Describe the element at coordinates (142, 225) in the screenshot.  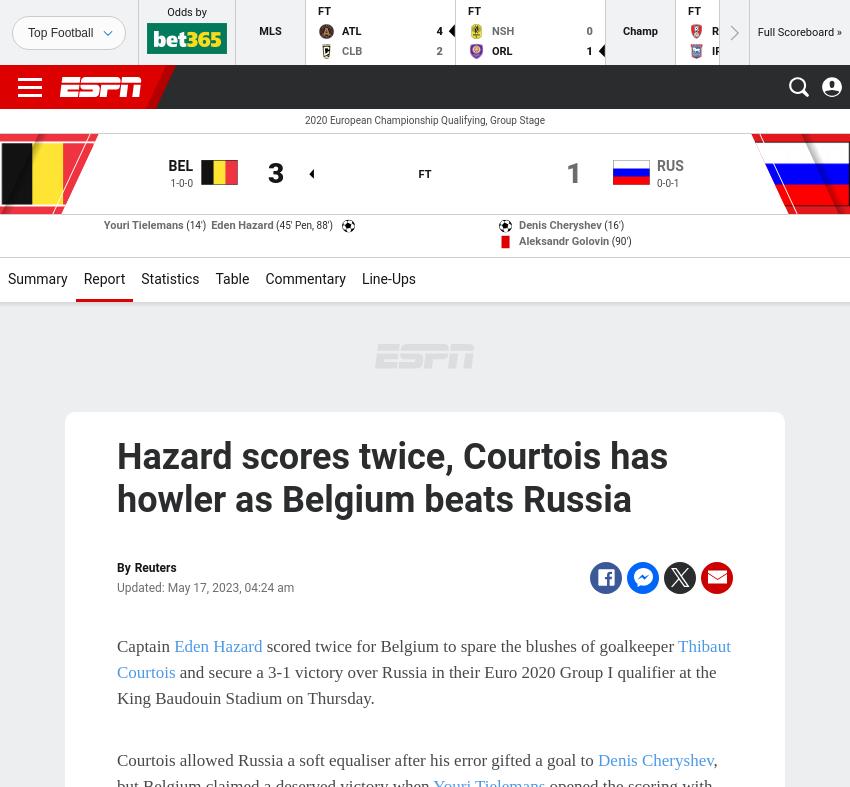
I see `'Youri Tielemans'` at that location.